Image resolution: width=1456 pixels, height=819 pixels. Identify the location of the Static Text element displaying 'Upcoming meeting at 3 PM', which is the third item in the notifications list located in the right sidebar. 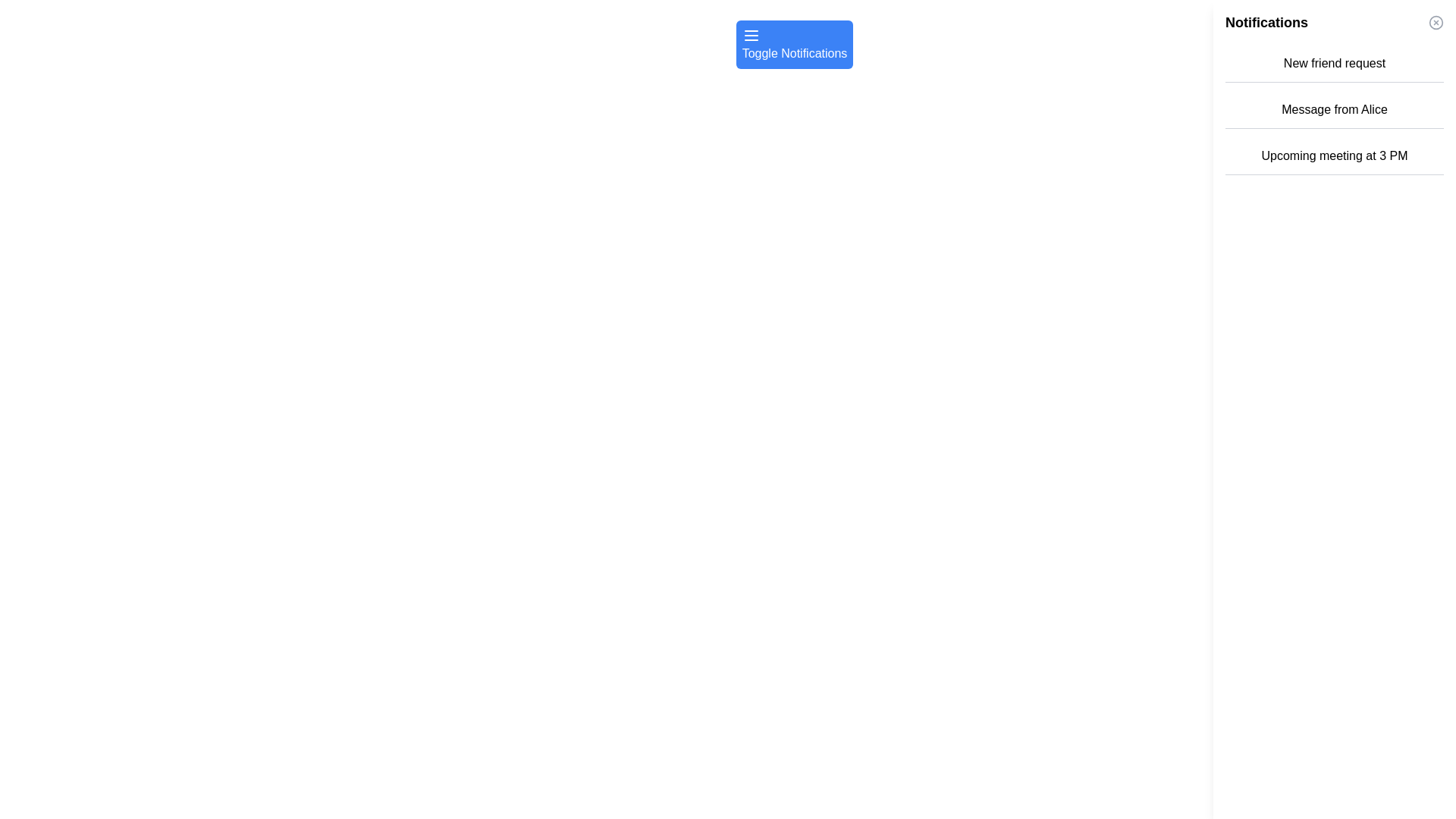
(1335, 156).